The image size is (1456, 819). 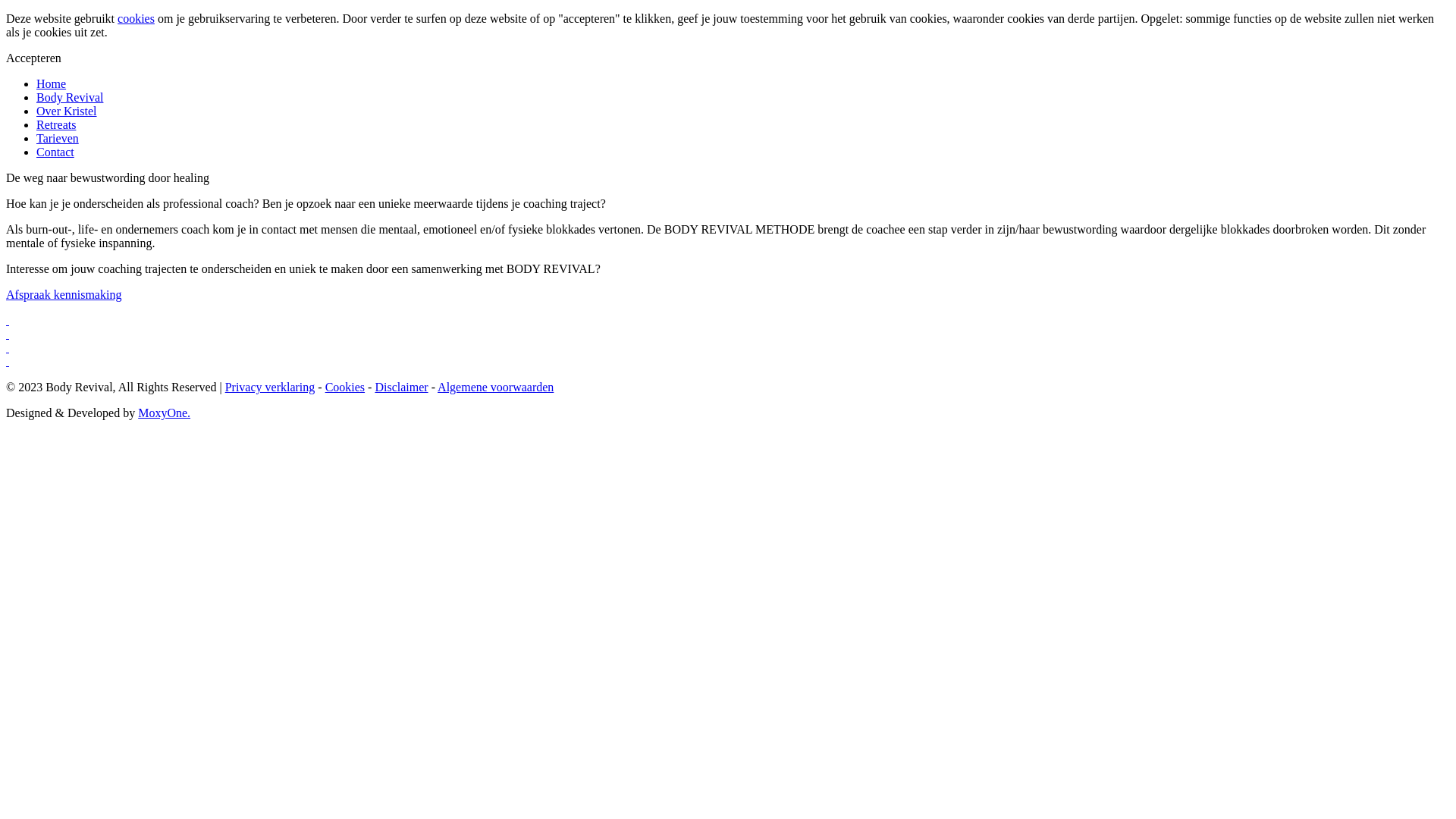 I want to click on 'Algemene voorwaarden', so click(x=495, y=386).